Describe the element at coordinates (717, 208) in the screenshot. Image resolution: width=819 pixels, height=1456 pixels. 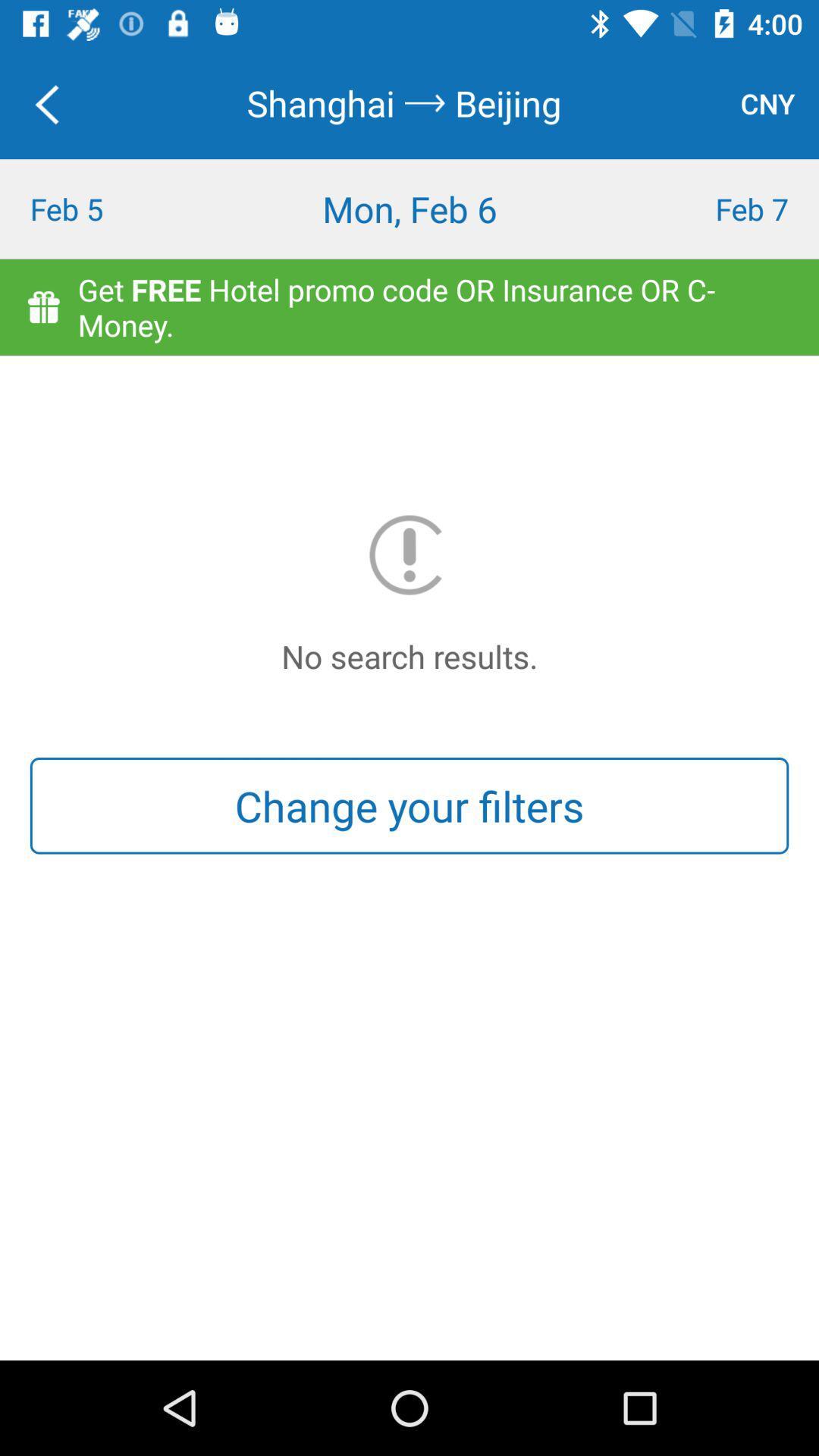
I see `feb 7 button which is at right side of the page` at that location.